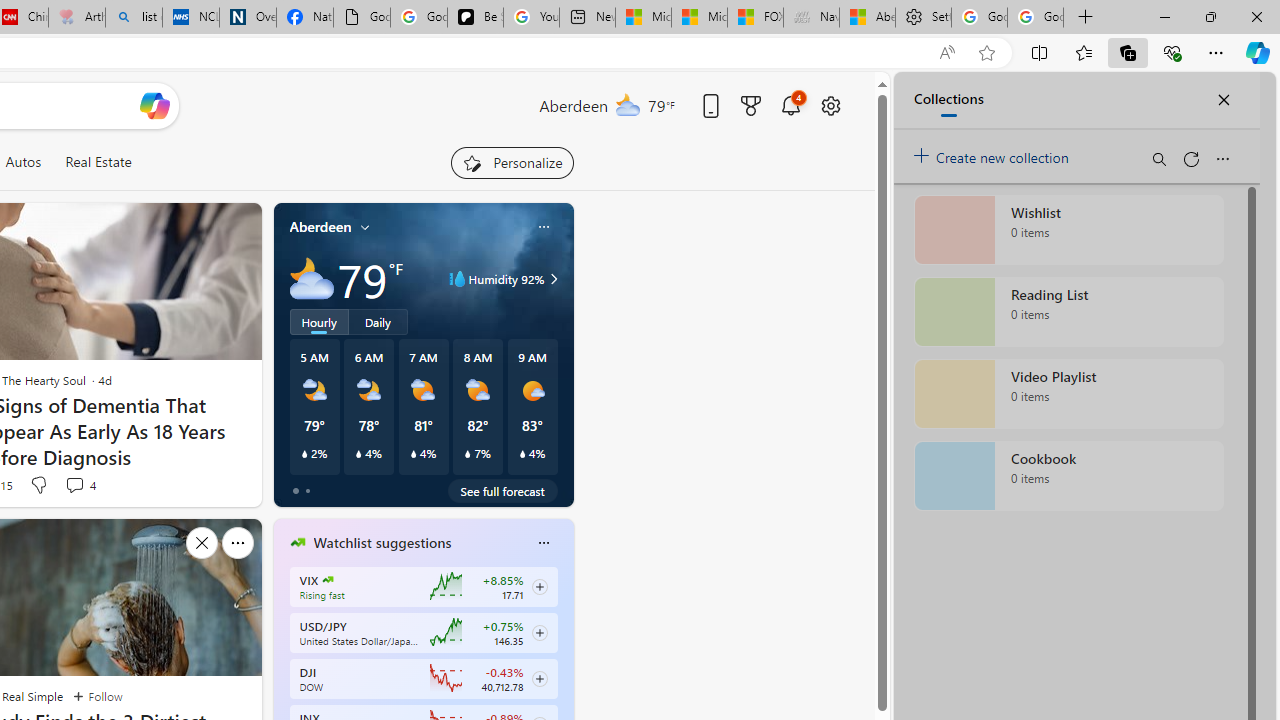 This screenshot has width=1280, height=720. What do you see at coordinates (362, 17) in the screenshot?
I see `'Google Analytics Opt-out Browser Add-on Download Page'` at bounding box center [362, 17].